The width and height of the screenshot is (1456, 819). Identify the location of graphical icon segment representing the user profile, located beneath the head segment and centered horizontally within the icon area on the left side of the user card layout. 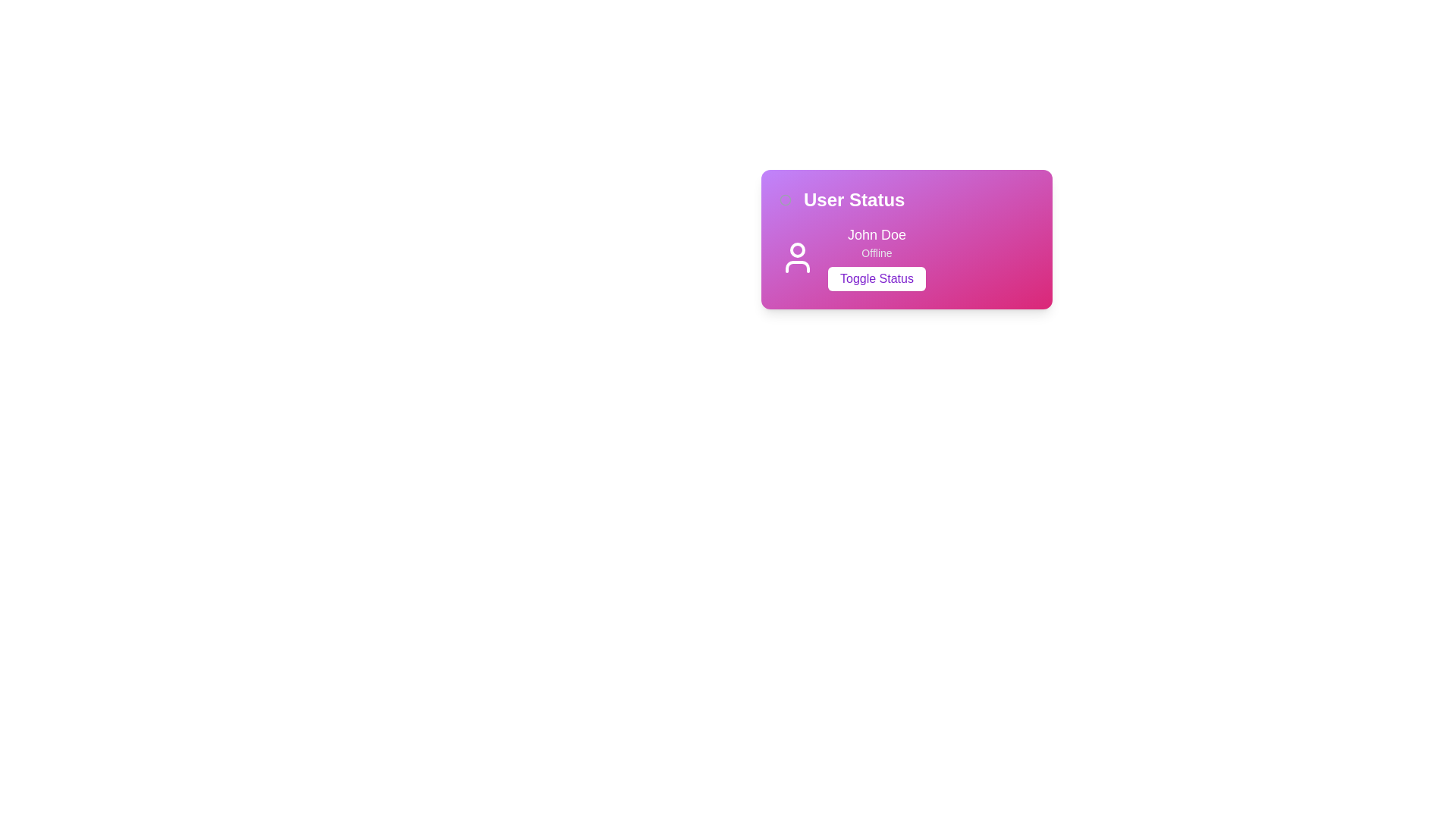
(796, 265).